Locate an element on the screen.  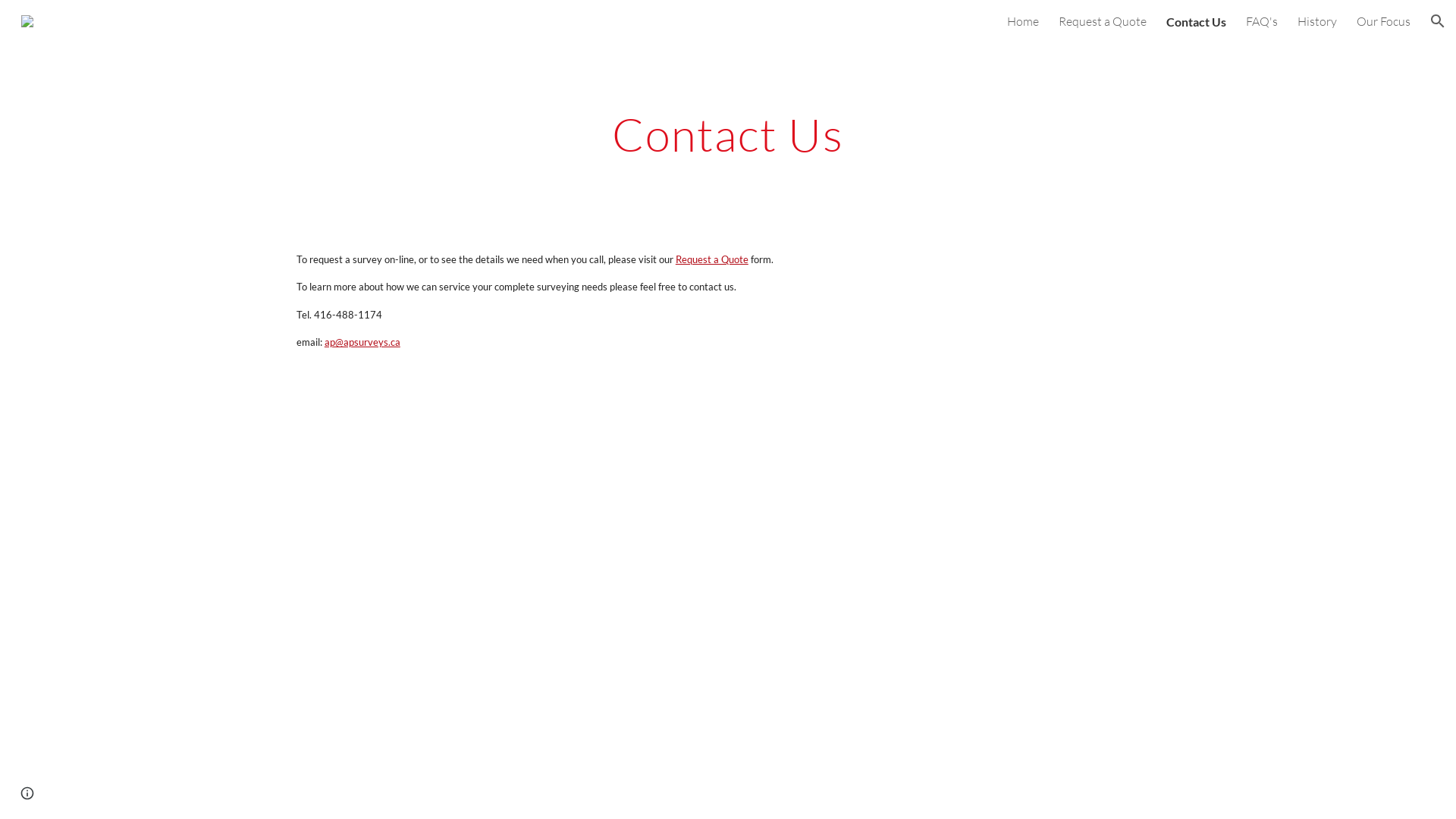
'Our Focus' is located at coordinates (1357, 20).